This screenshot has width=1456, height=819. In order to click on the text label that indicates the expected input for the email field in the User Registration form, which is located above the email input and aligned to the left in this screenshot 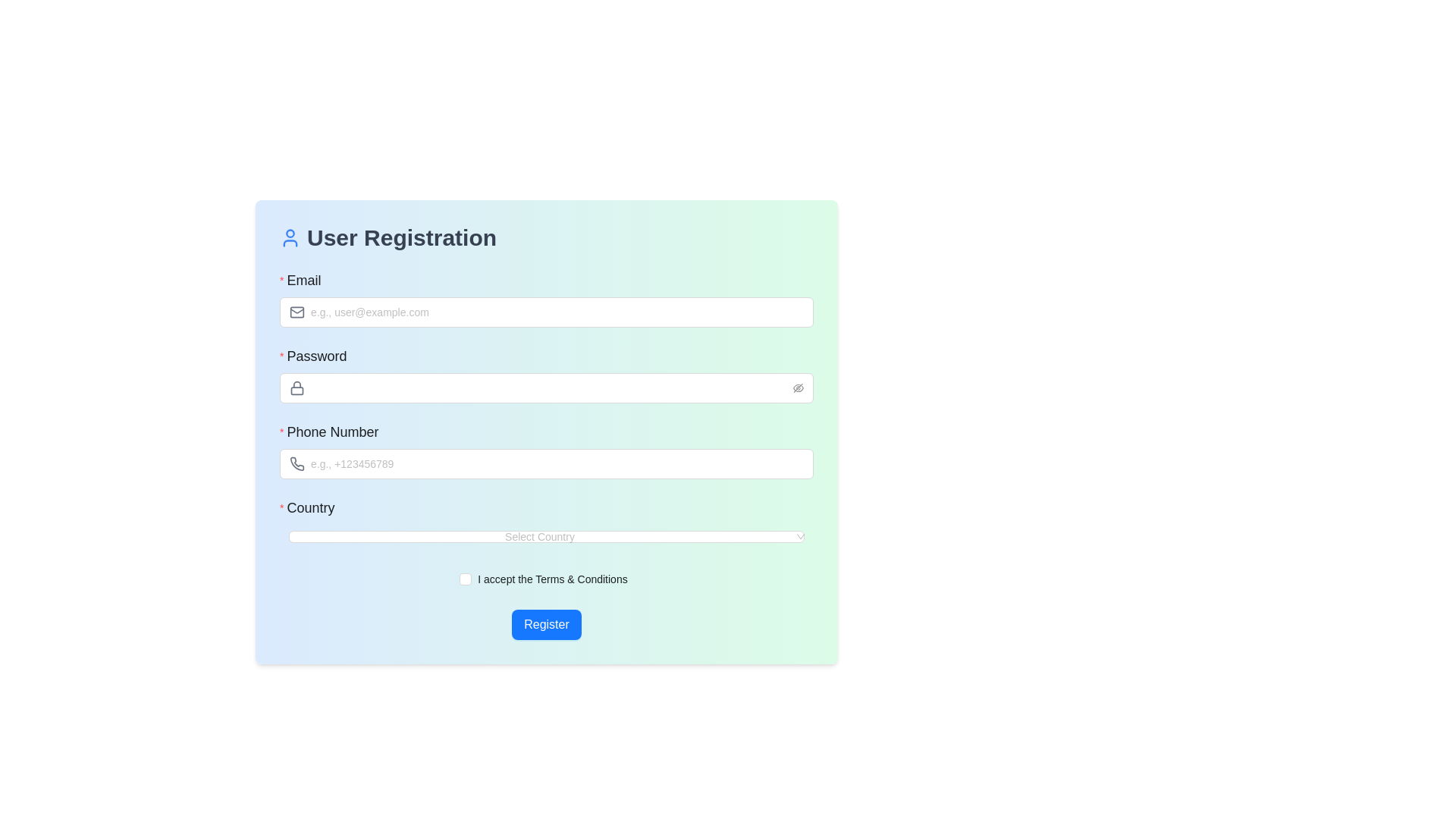, I will do `click(303, 281)`.